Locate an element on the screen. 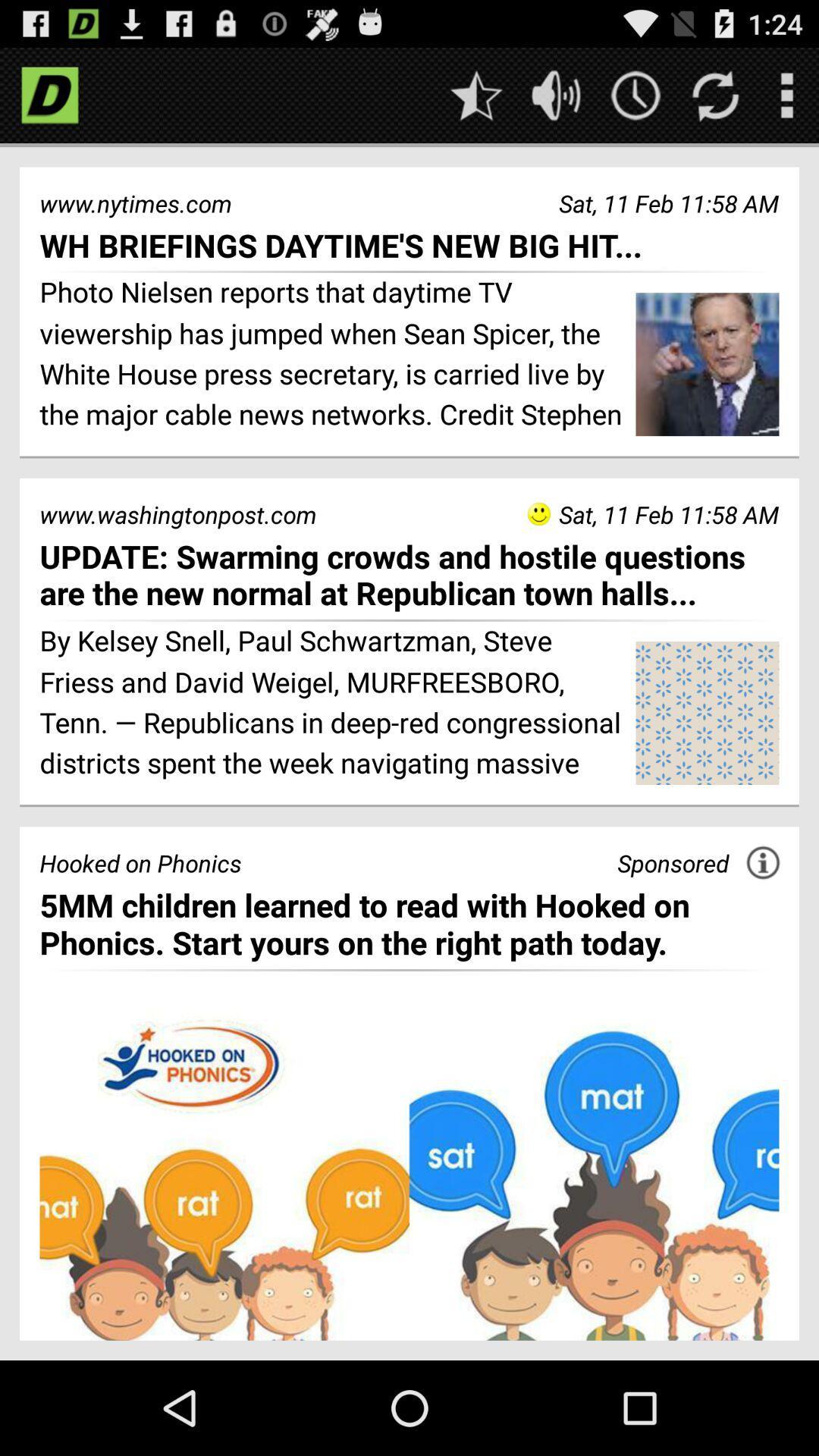  the refresh icon is located at coordinates (715, 101).